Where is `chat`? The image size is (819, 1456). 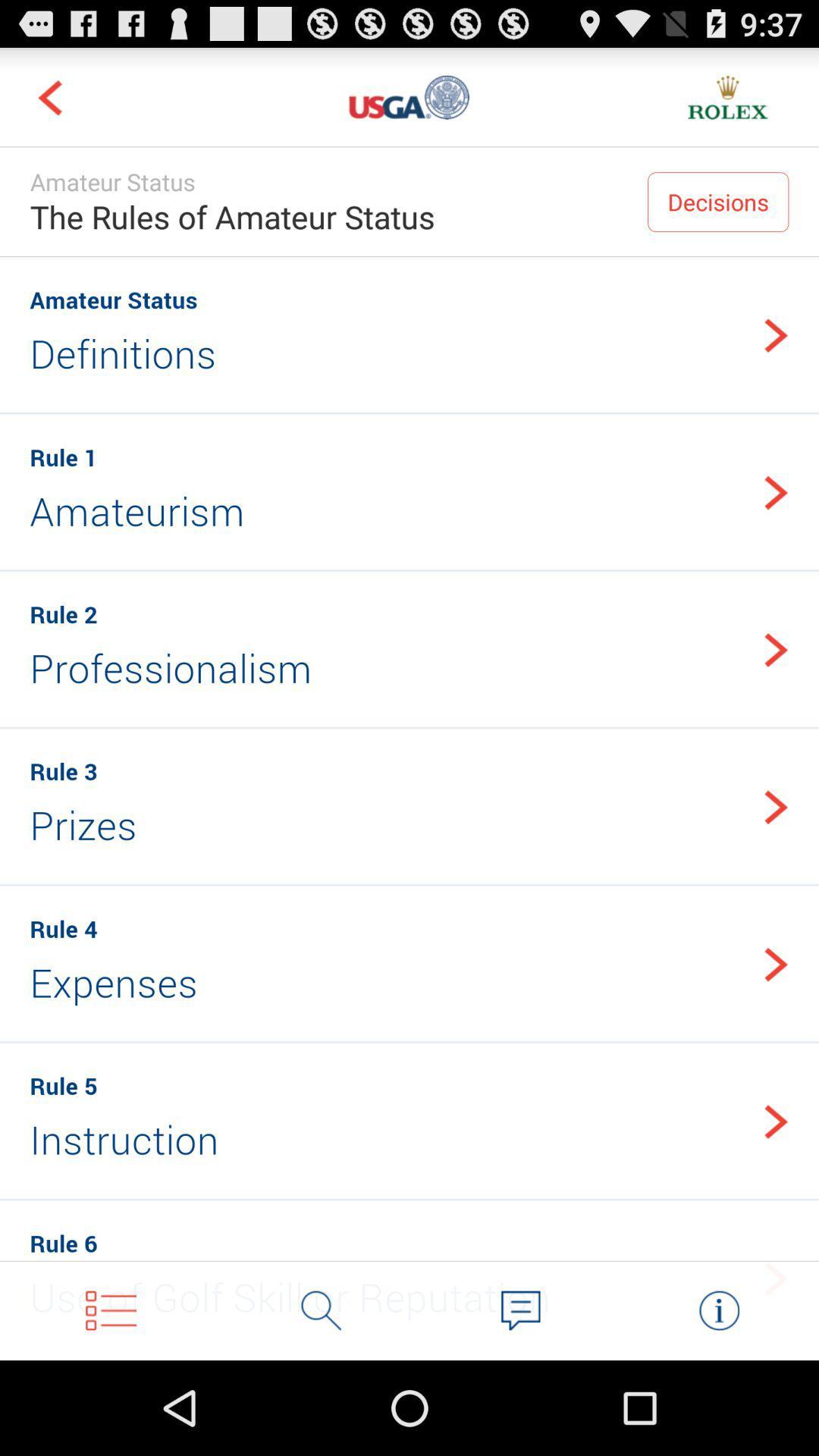 chat is located at coordinates (519, 1310).